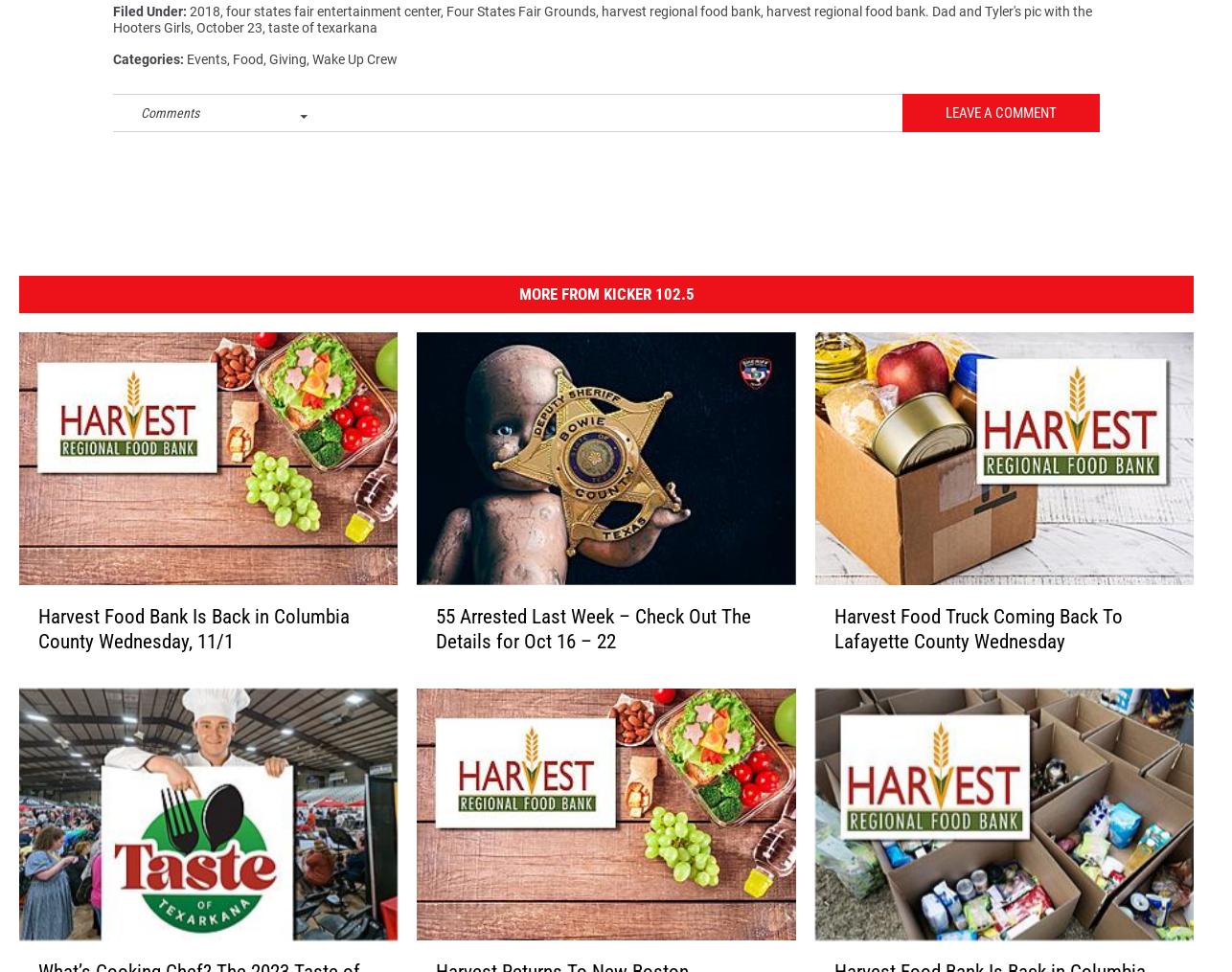  Describe the element at coordinates (605, 301) in the screenshot. I see `'More From Kicker 102.5'` at that location.